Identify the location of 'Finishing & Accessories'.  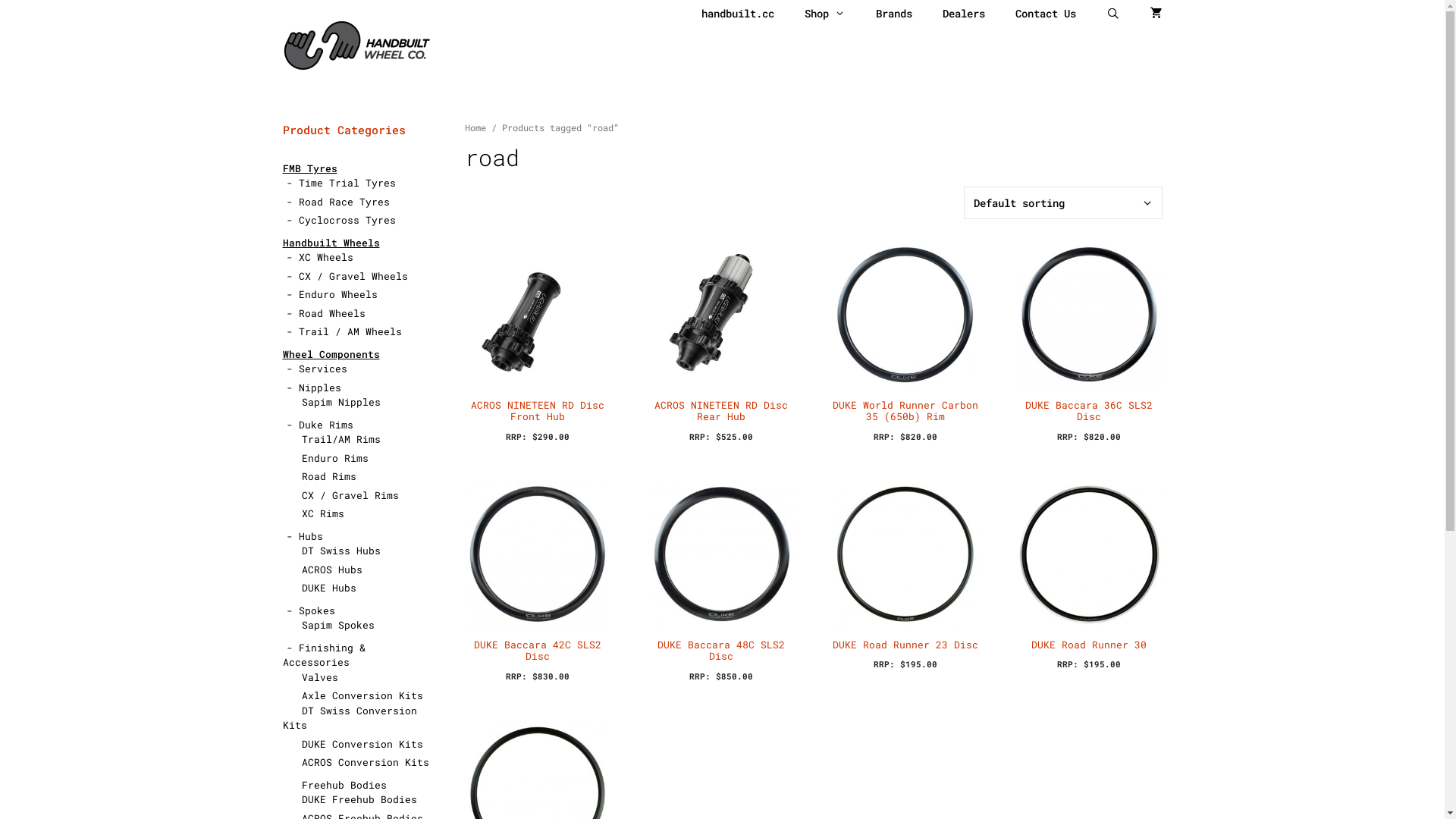
(322, 654).